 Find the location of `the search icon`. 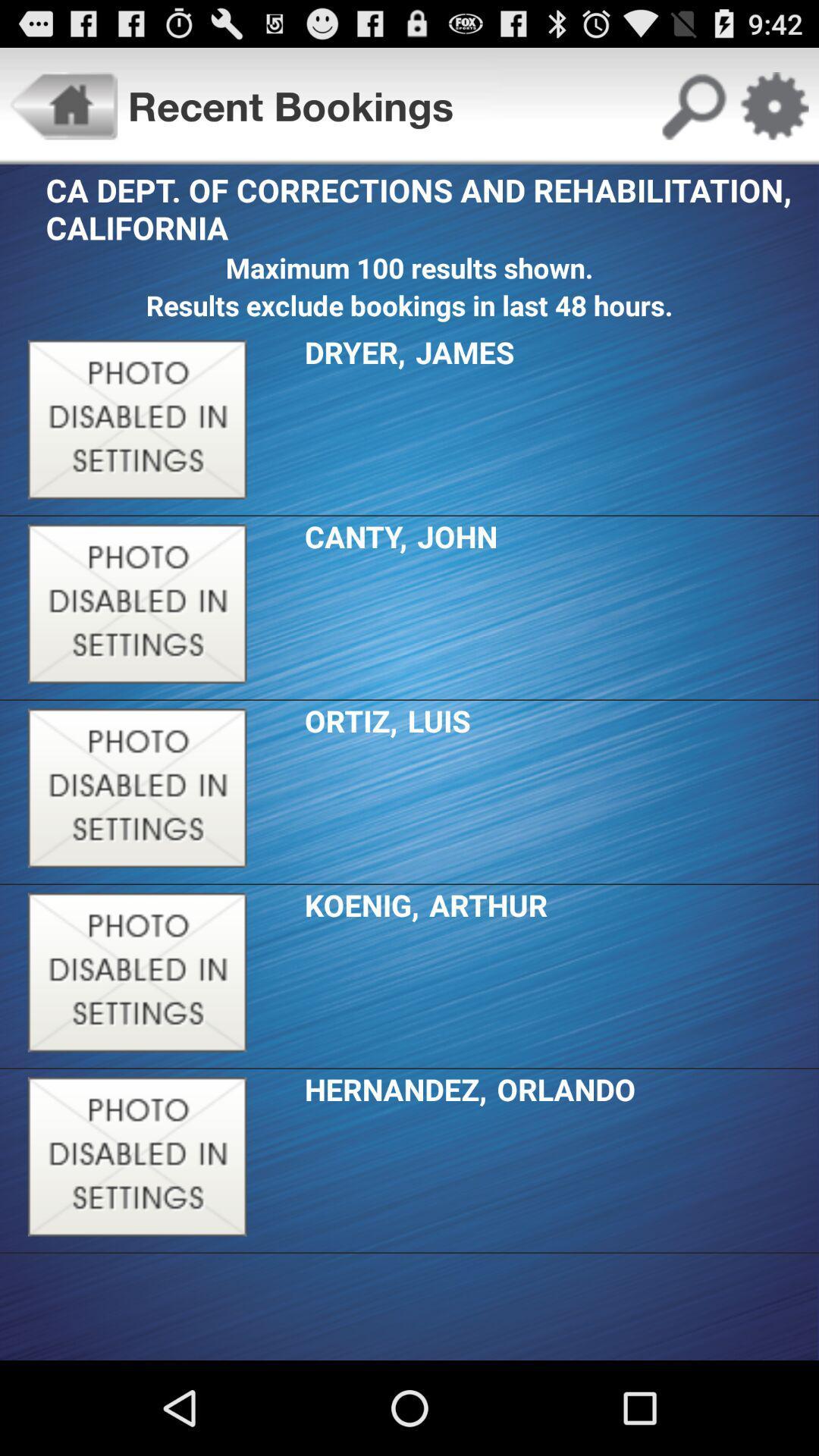

the search icon is located at coordinates (693, 112).